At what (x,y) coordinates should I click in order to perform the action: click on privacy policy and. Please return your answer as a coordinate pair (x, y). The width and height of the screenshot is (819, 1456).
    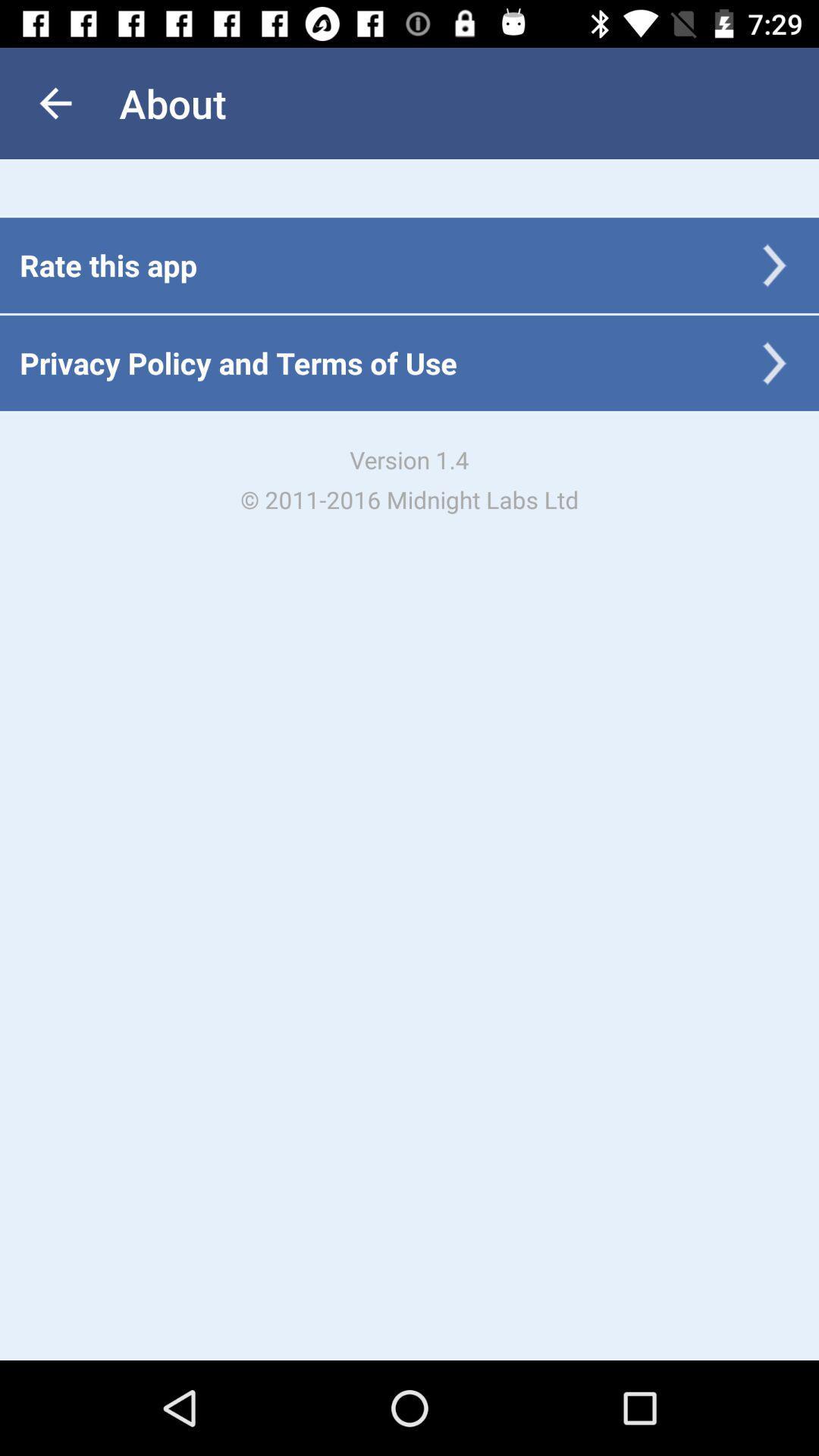
    Looking at the image, I should click on (238, 362).